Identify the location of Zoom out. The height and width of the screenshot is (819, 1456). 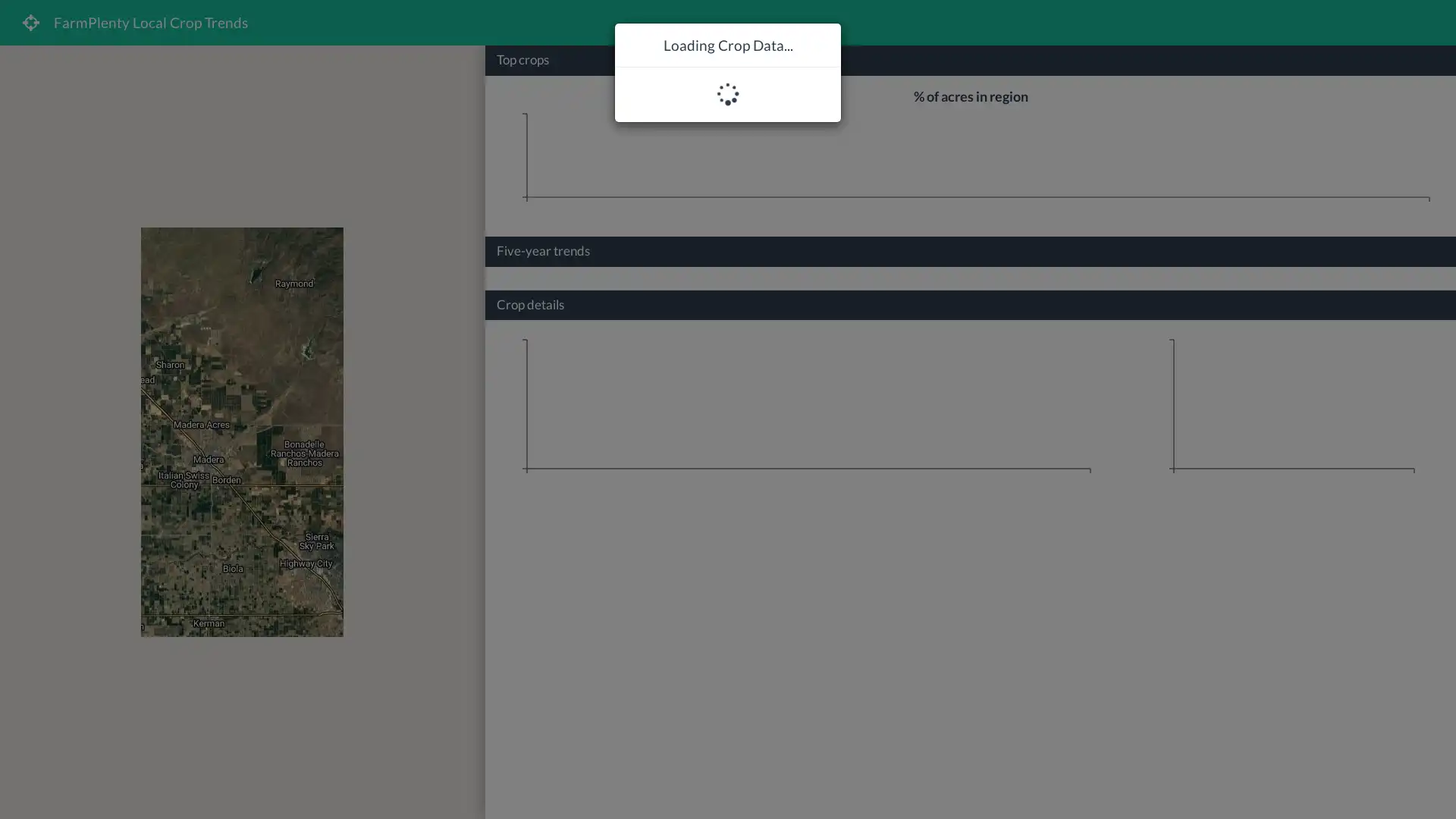
(461, 785).